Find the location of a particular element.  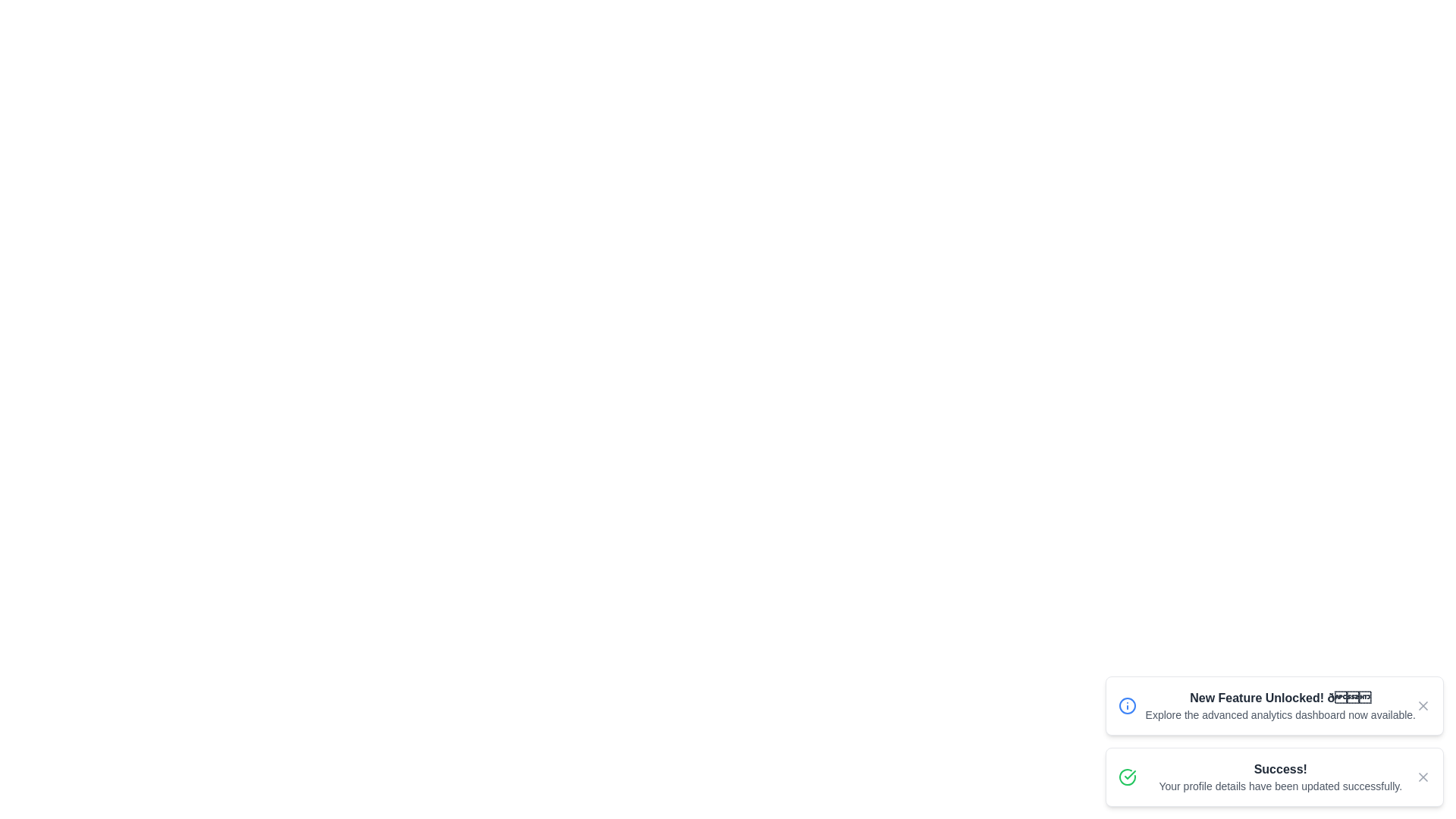

the close button of the first notification is located at coordinates (1422, 705).